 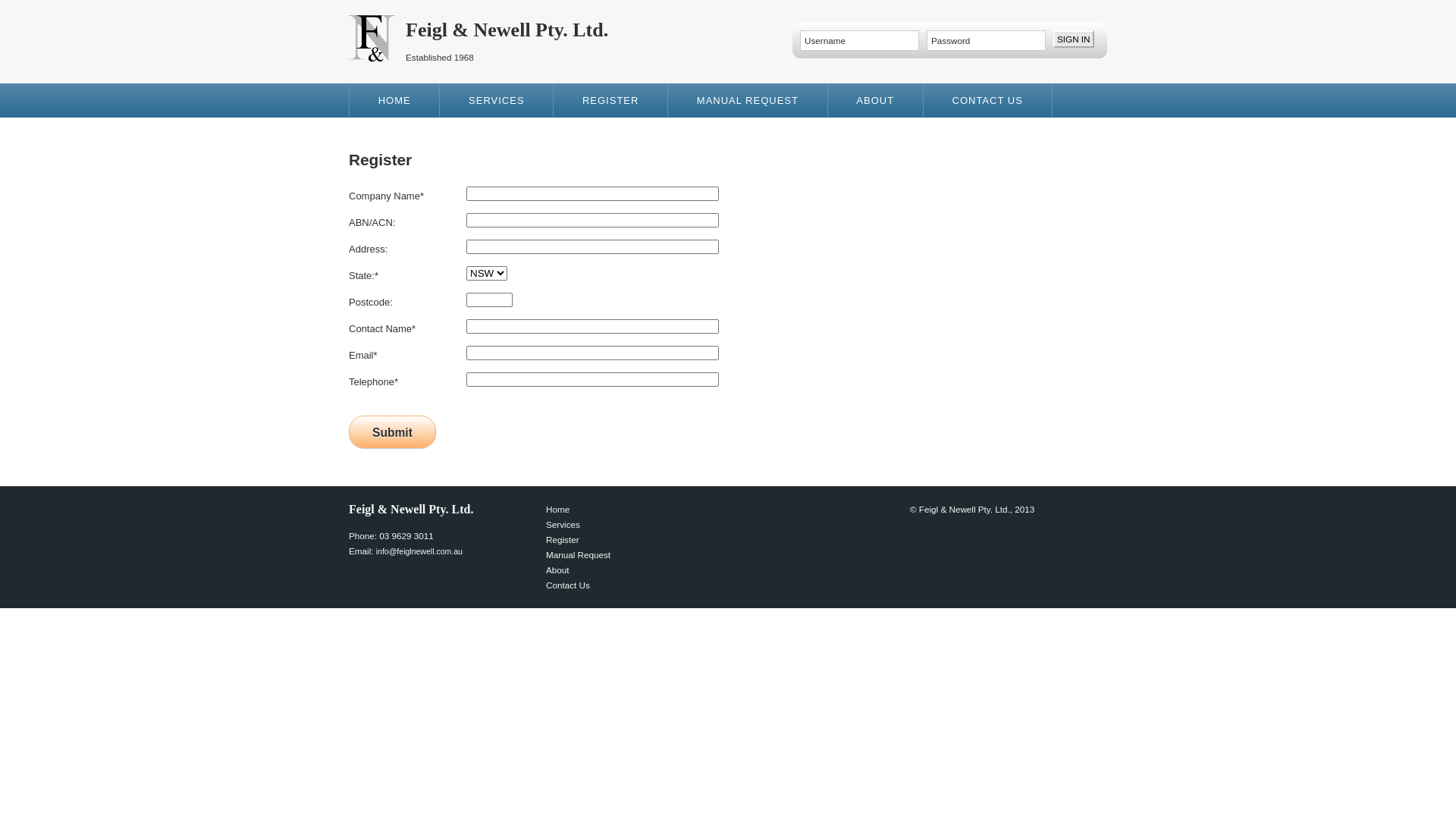 I want to click on 'Submit', so click(x=392, y=431).